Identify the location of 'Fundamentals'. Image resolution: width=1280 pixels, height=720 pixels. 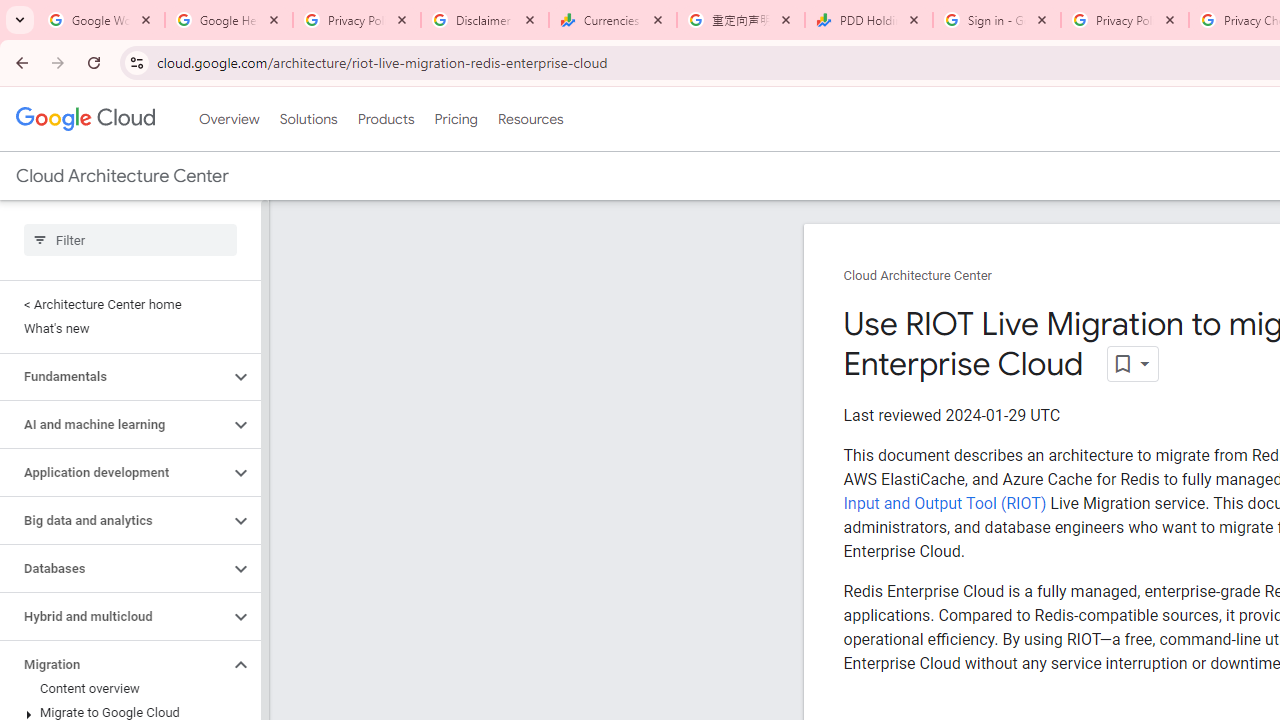
(113, 376).